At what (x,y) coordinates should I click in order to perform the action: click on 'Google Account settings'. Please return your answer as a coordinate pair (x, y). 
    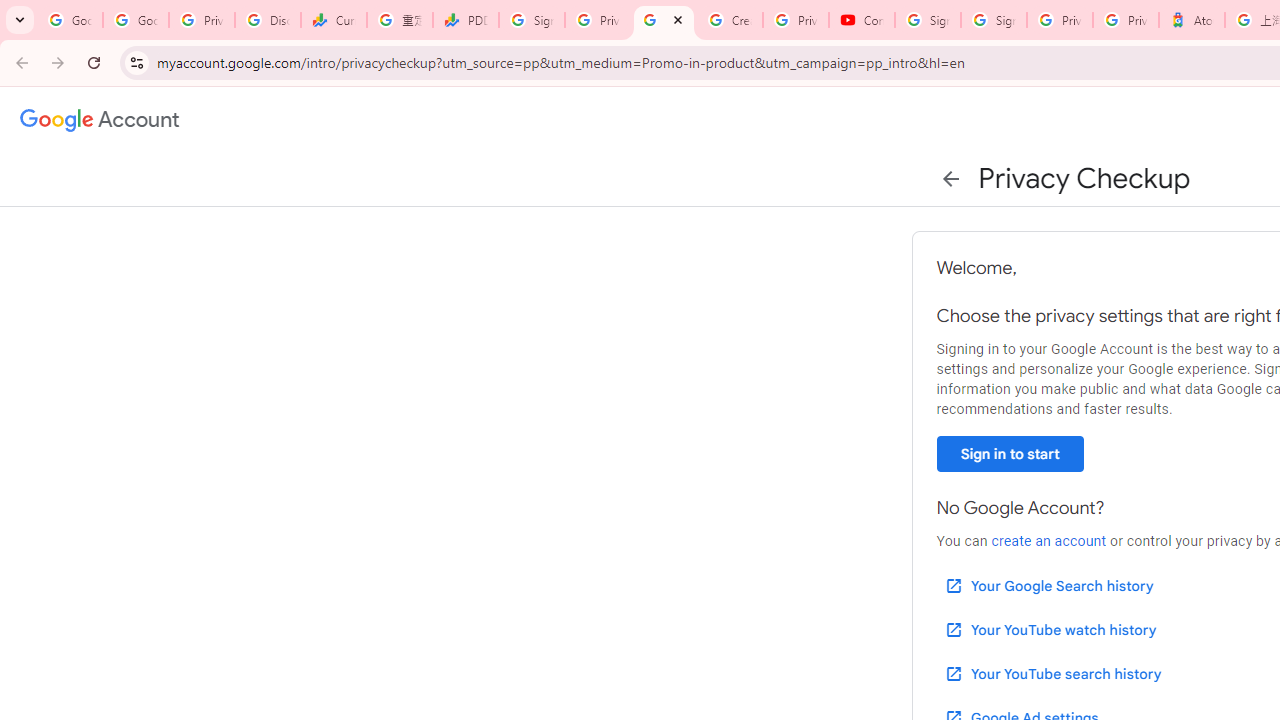
    Looking at the image, I should click on (99, 120).